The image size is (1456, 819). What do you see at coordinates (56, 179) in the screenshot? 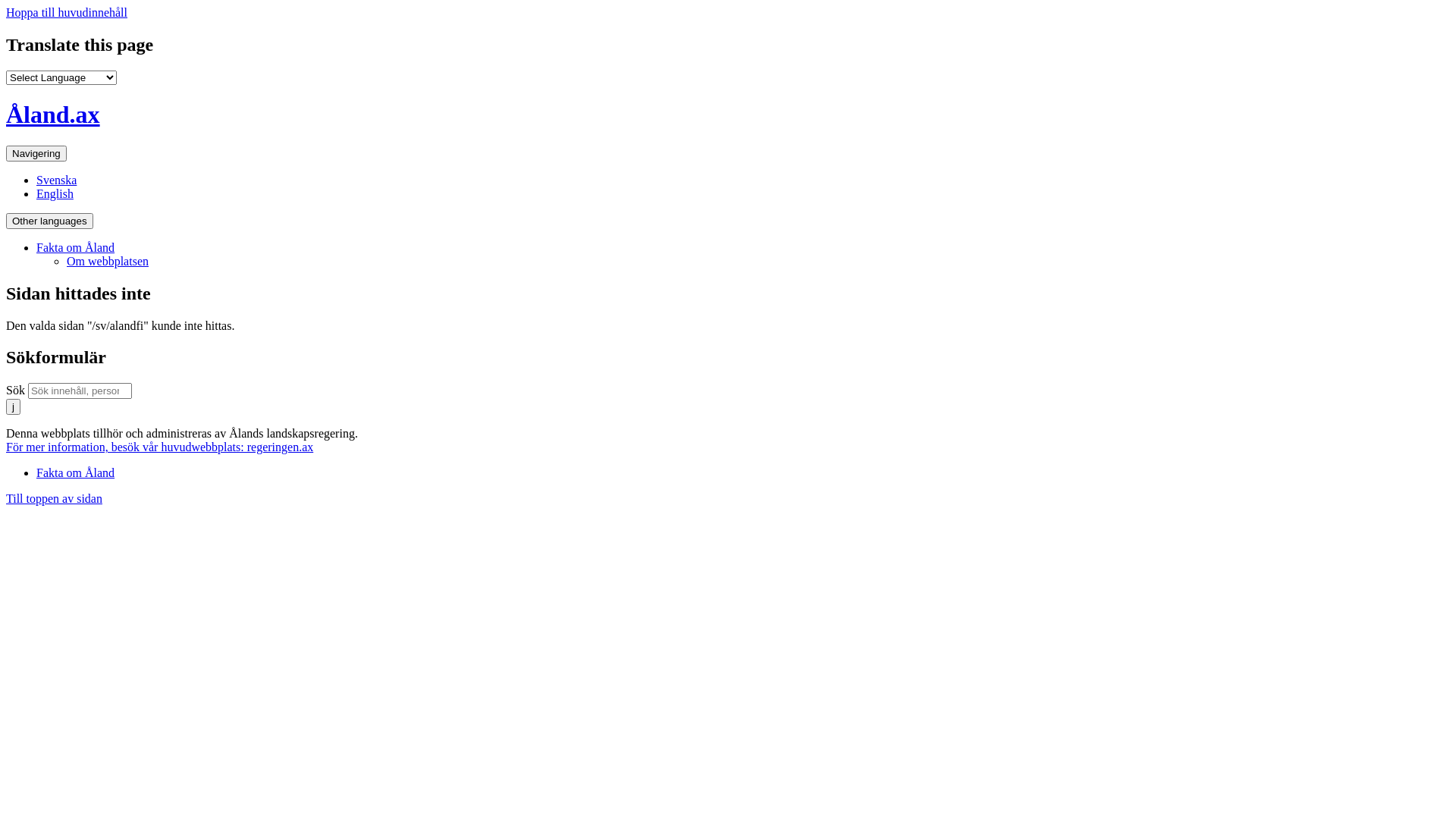
I see `'Svenska'` at bounding box center [56, 179].